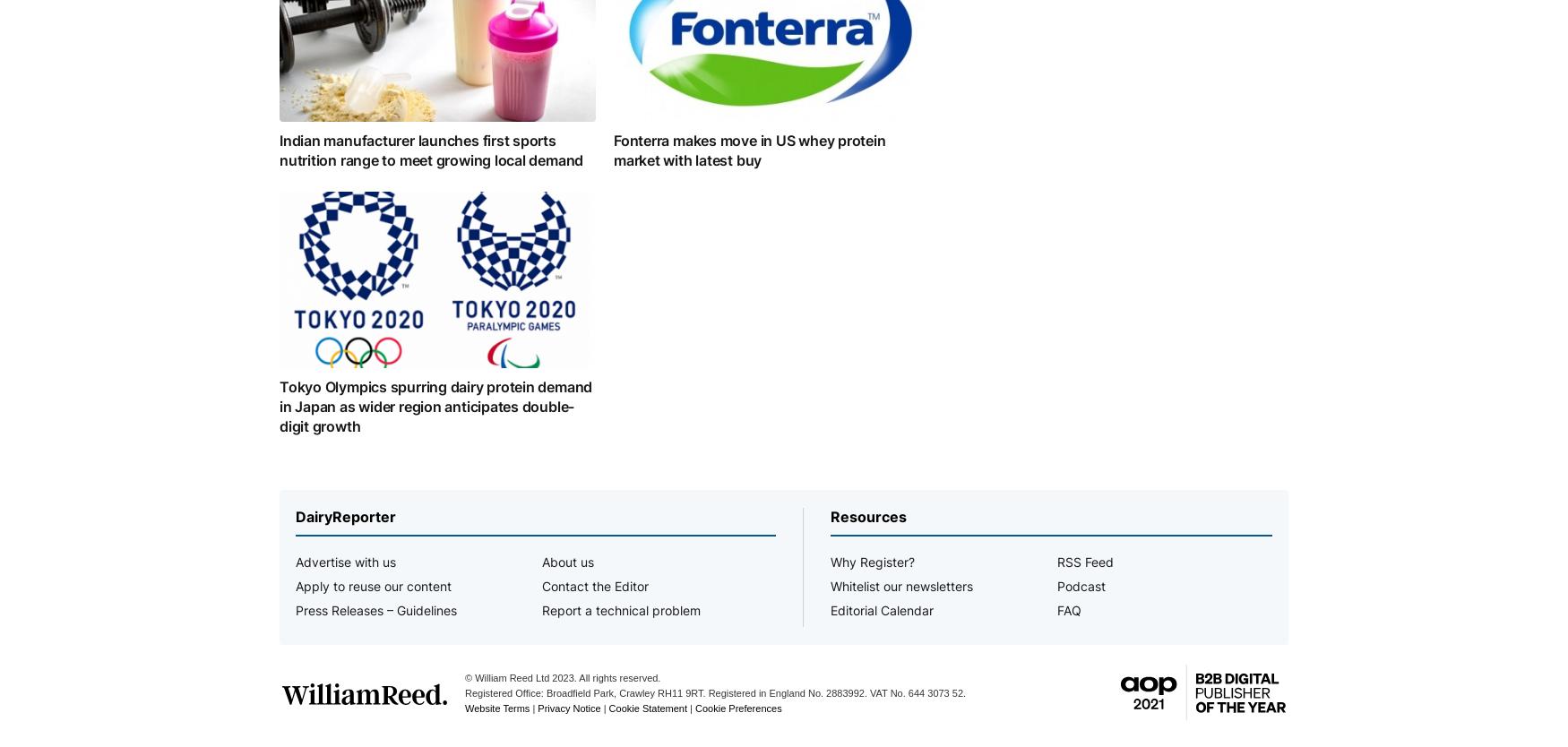 Image resolution: width=1568 pixels, height=747 pixels. Describe the element at coordinates (373, 585) in the screenshot. I see `'Apply to reuse our content'` at that location.